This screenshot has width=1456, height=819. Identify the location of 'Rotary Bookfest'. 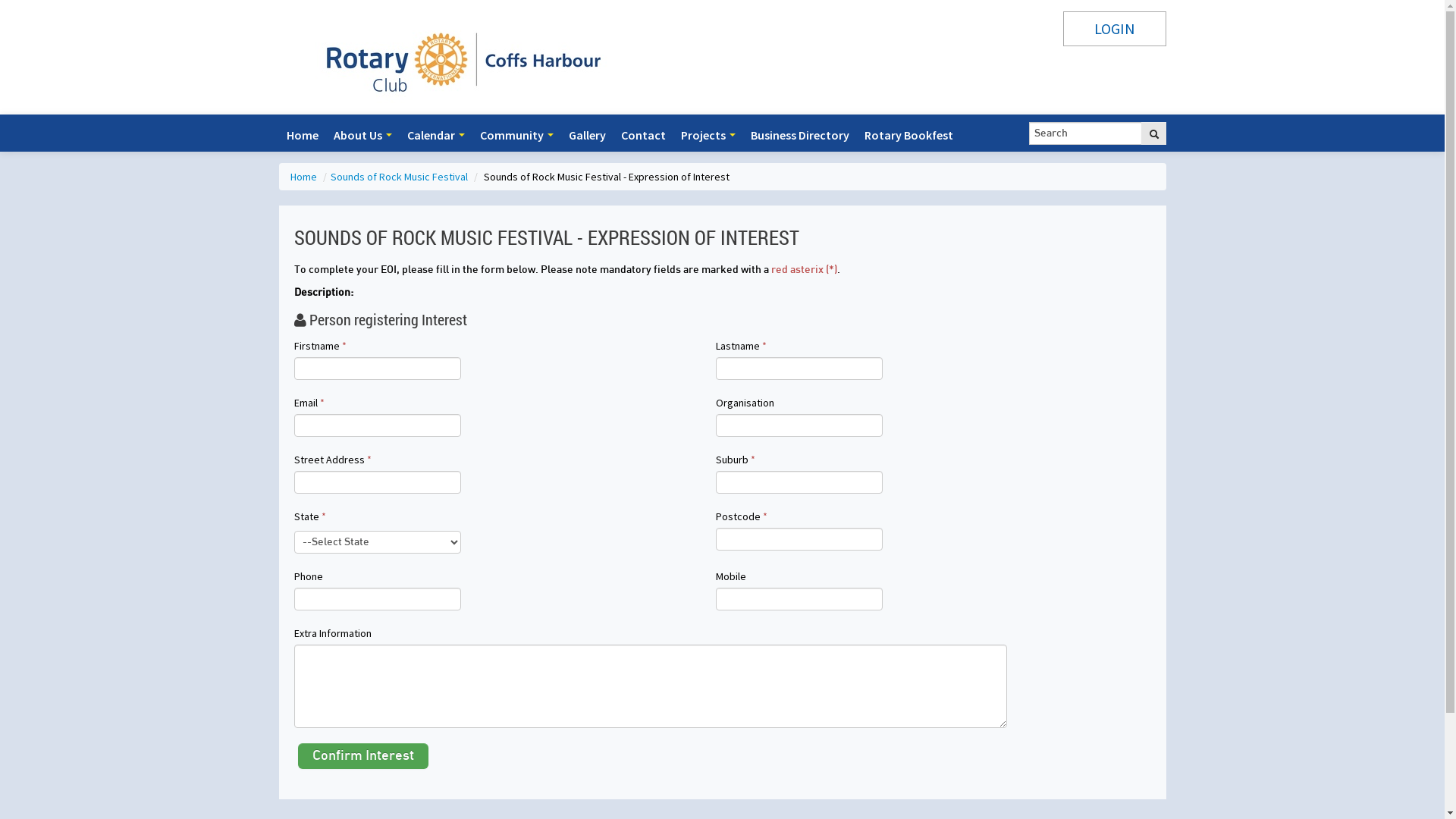
(908, 133).